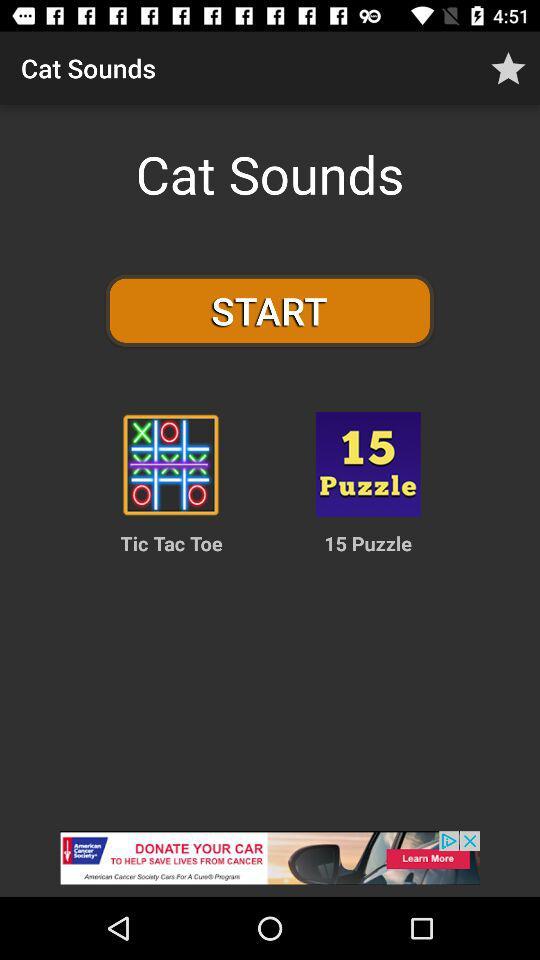 This screenshot has width=540, height=960. What do you see at coordinates (171, 464) in the screenshot?
I see `coles` at bounding box center [171, 464].